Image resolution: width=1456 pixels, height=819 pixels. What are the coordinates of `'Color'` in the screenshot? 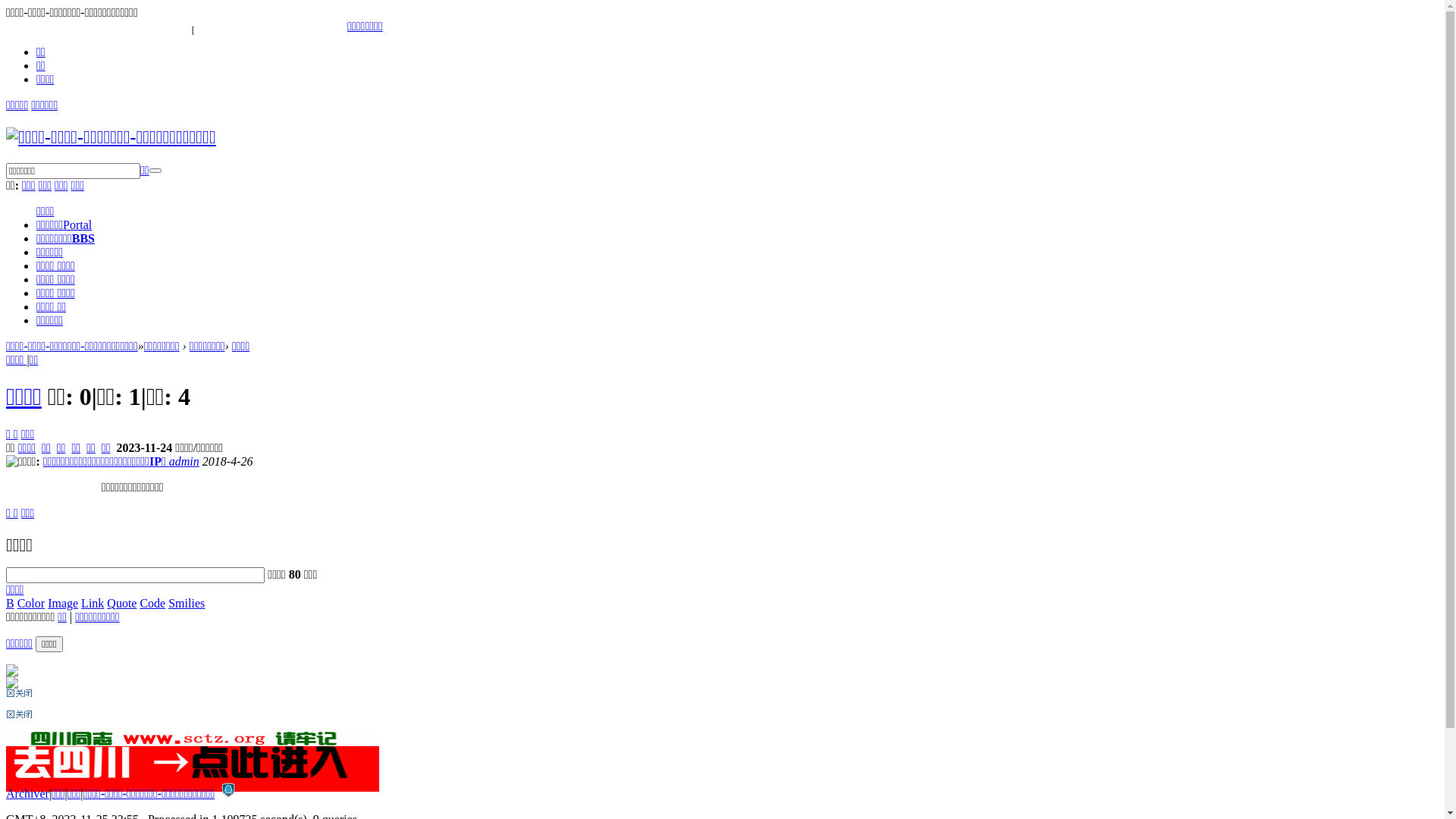 It's located at (31, 601).